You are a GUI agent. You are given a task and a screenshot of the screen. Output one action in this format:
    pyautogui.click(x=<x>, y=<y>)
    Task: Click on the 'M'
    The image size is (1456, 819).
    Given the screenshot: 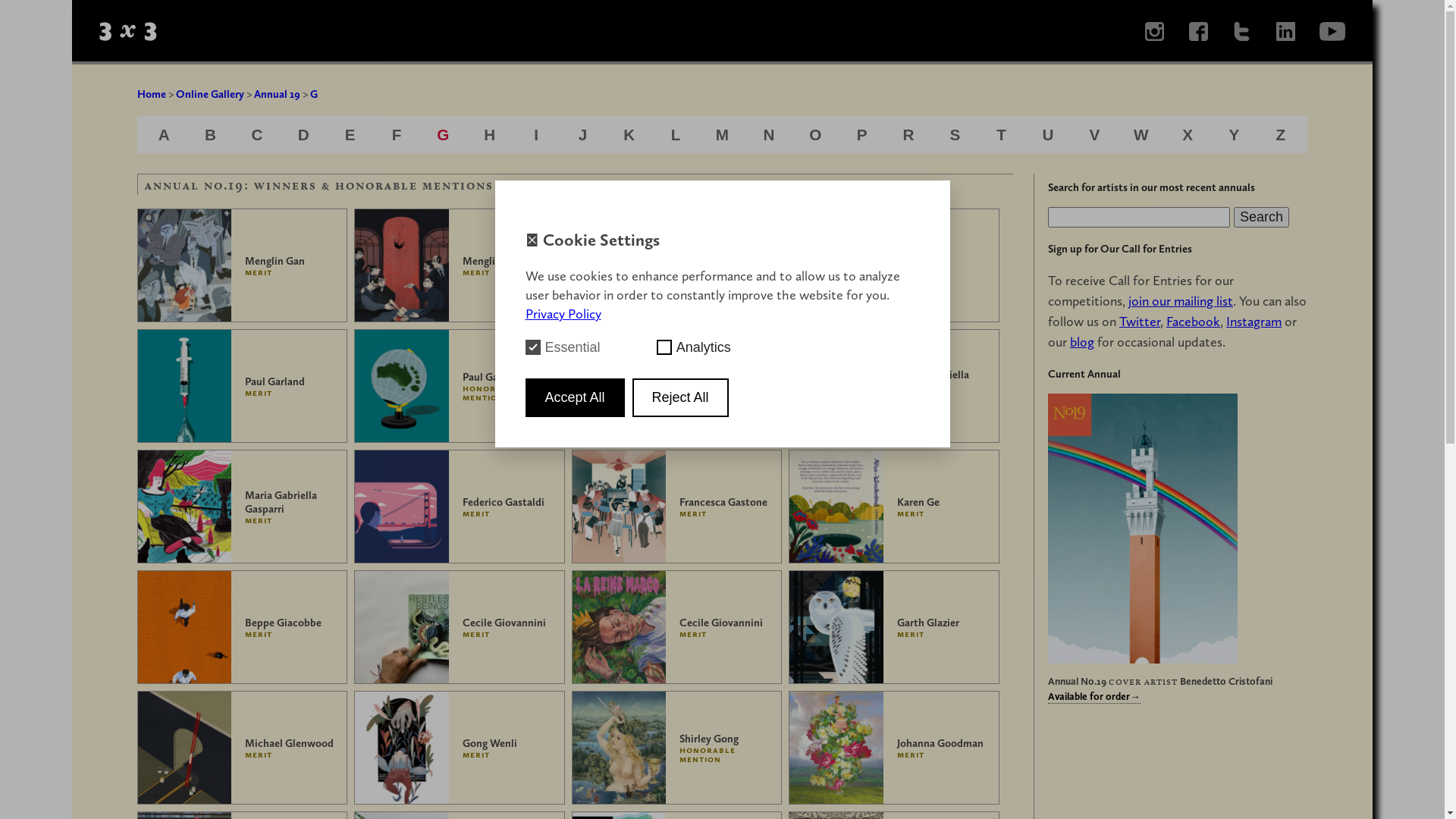 What is the action you would take?
    pyautogui.click(x=715, y=133)
    